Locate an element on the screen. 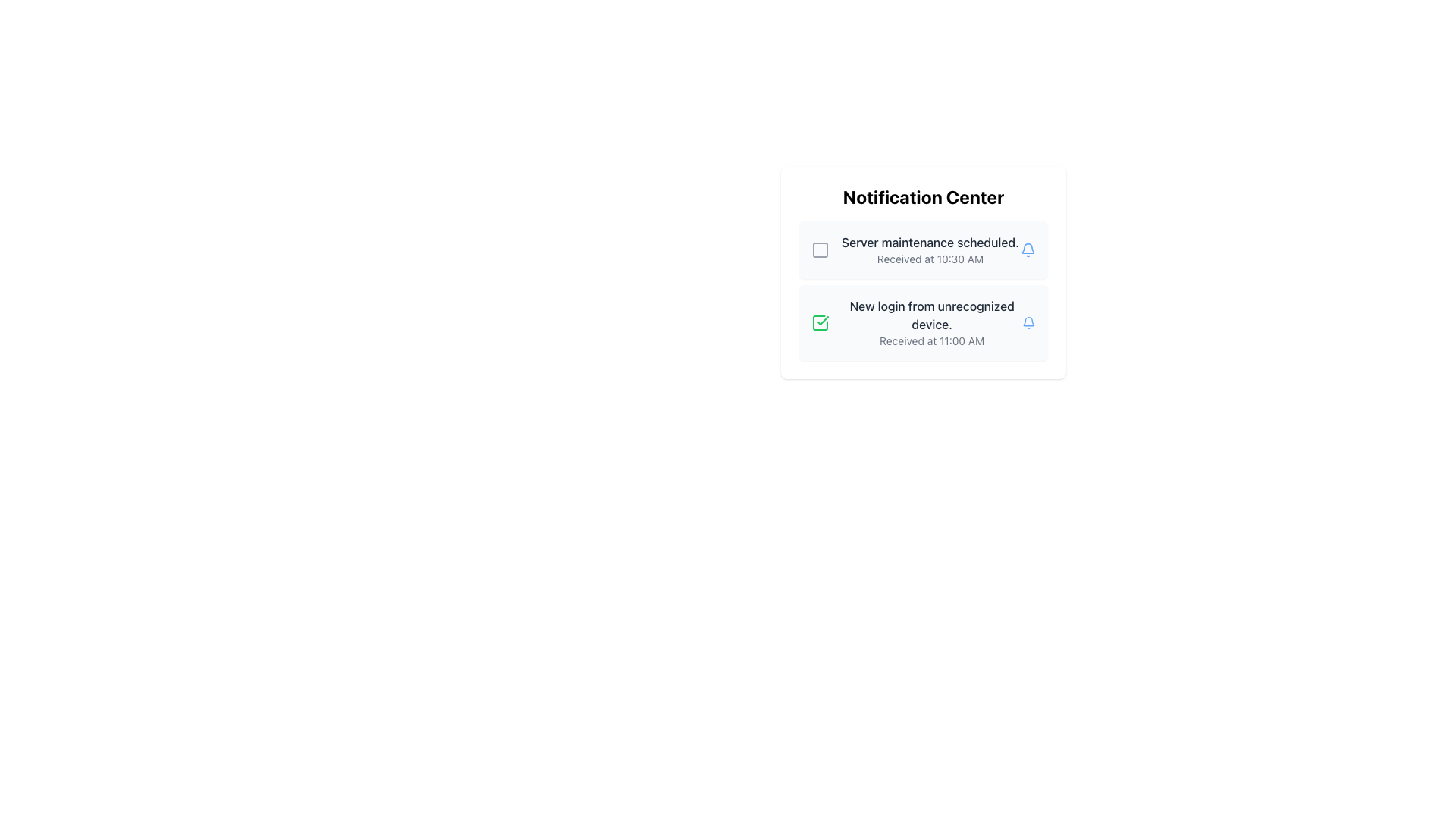  the bell icon in the Notification Center is located at coordinates (1029, 321).